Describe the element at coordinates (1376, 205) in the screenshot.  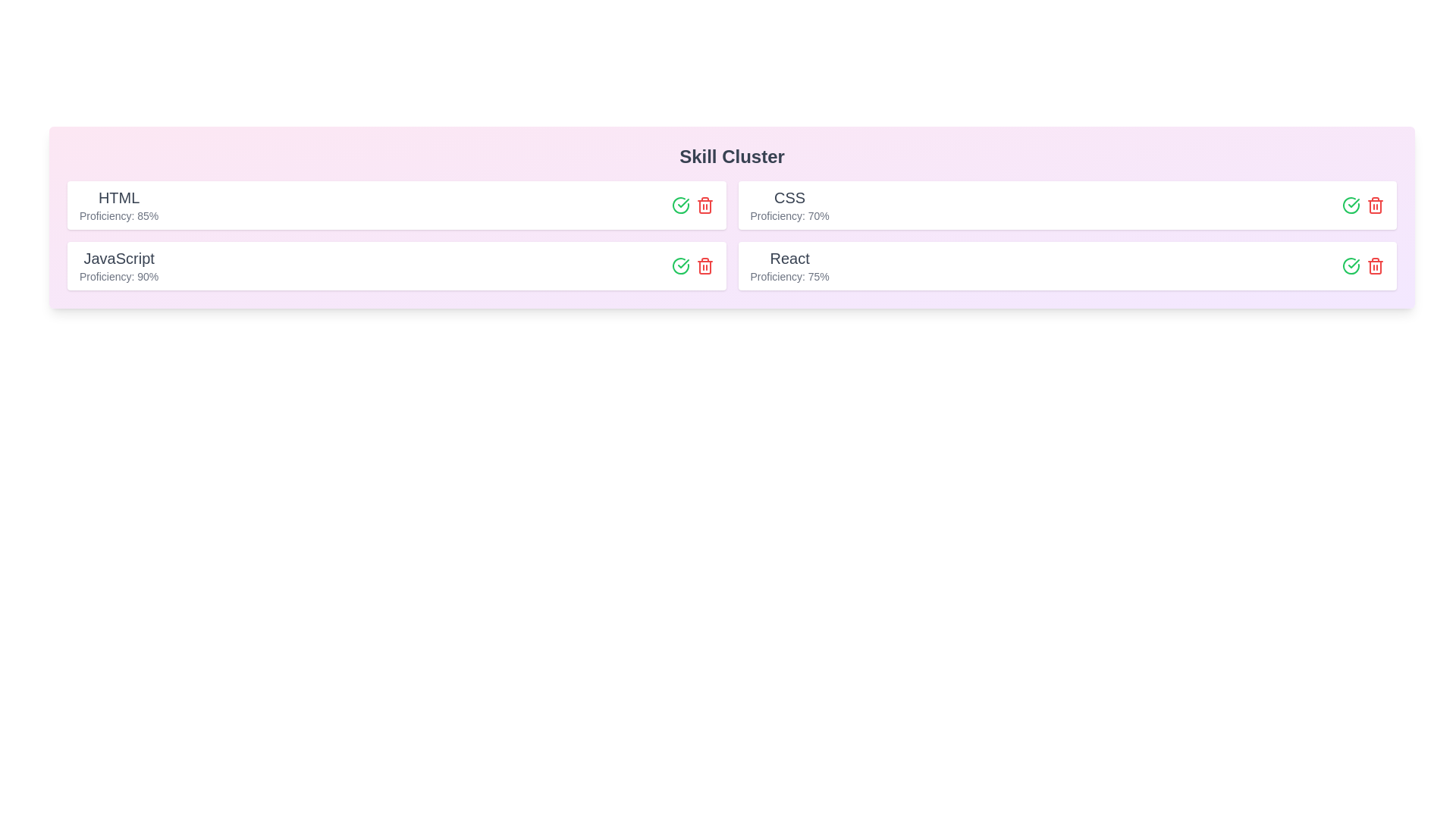
I see `remove button for the item labeled CSS` at that location.